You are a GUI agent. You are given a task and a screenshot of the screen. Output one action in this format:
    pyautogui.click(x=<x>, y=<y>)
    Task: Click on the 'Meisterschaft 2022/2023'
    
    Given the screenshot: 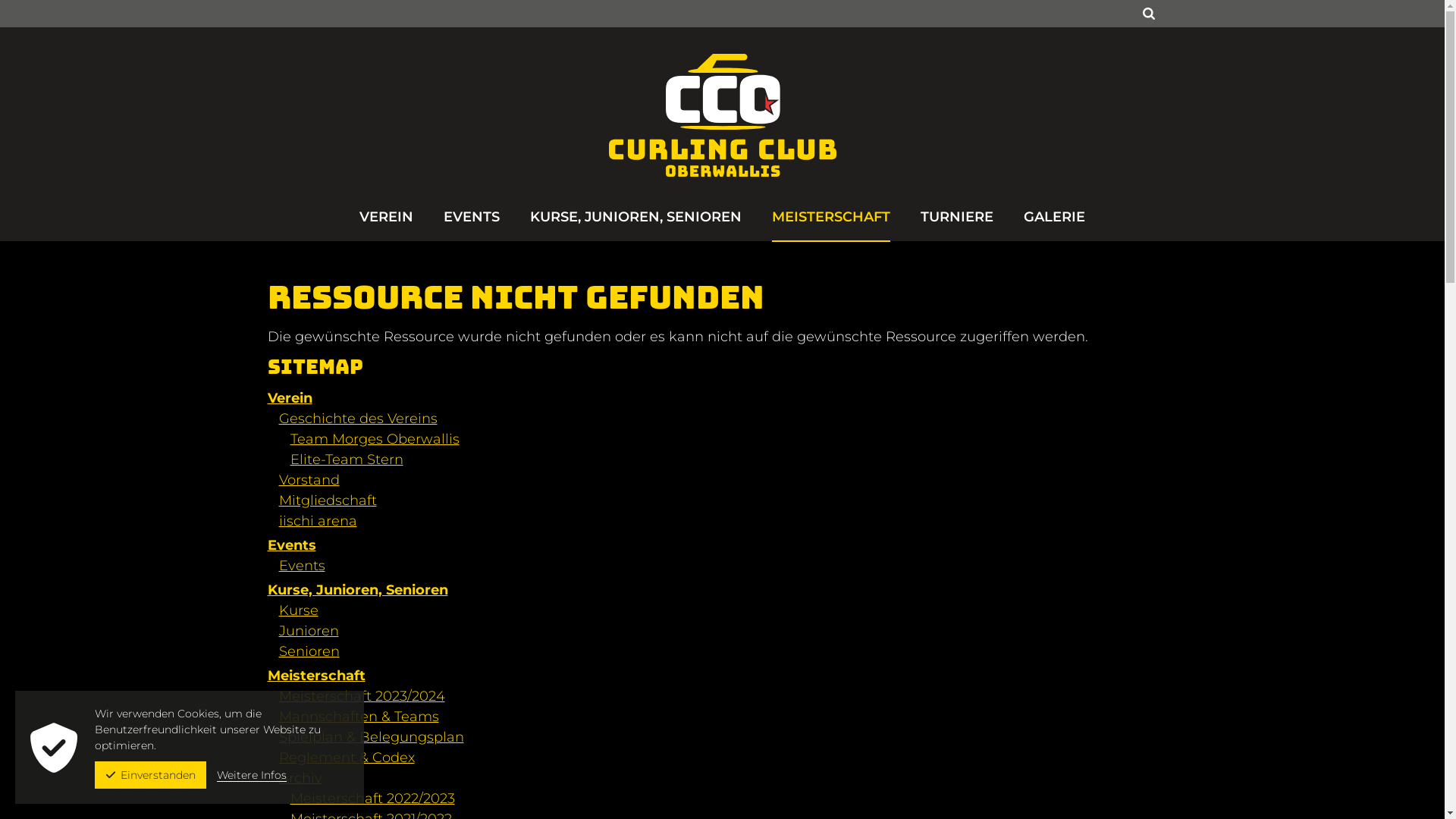 What is the action you would take?
    pyautogui.click(x=372, y=798)
    